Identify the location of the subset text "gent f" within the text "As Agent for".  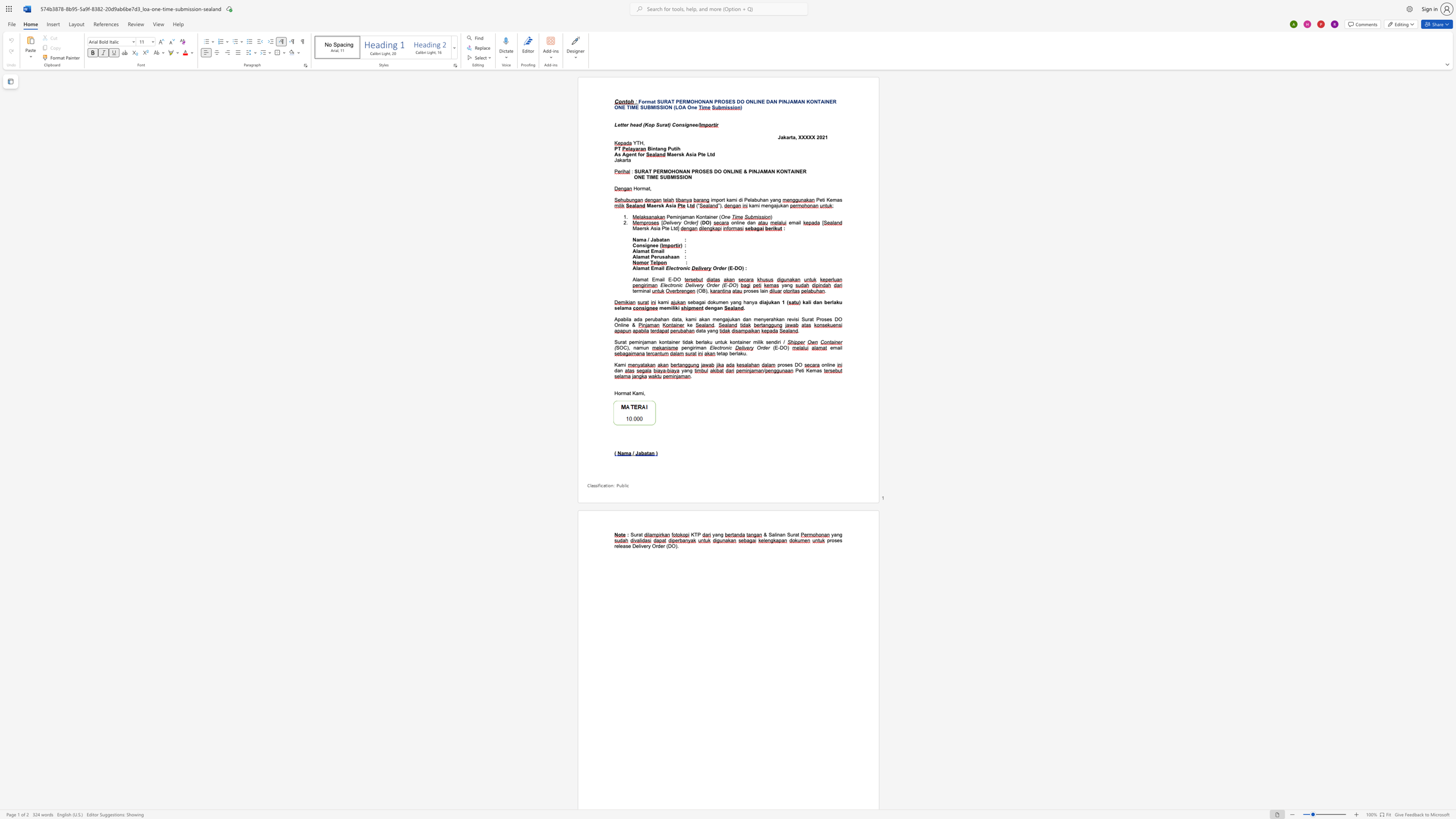
(626, 154).